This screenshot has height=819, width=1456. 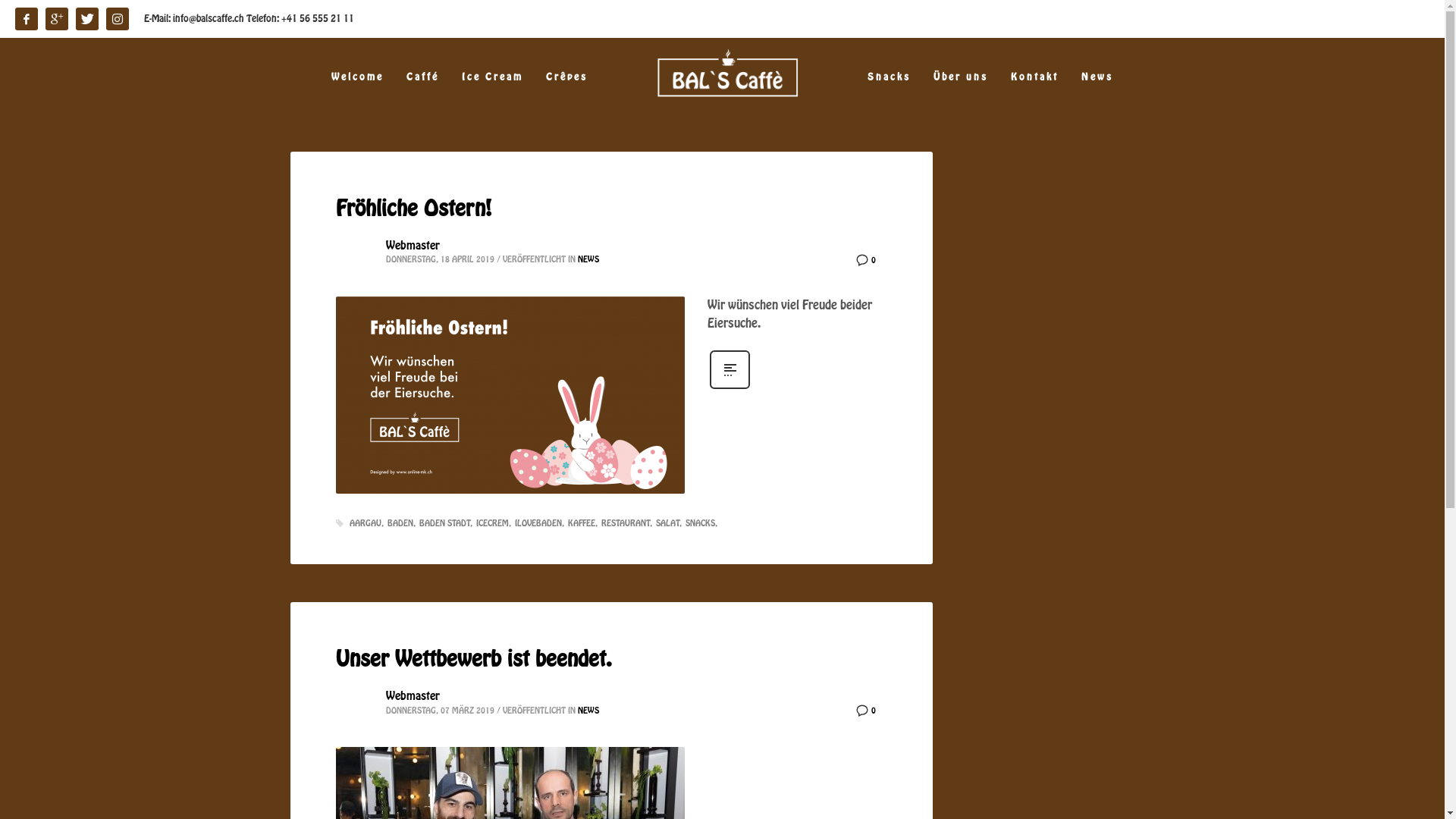 What do you see at coordinates (538, 522) in the screenshot?
I see `'ILOVEBADEN'` at bounding box center [538, 522].